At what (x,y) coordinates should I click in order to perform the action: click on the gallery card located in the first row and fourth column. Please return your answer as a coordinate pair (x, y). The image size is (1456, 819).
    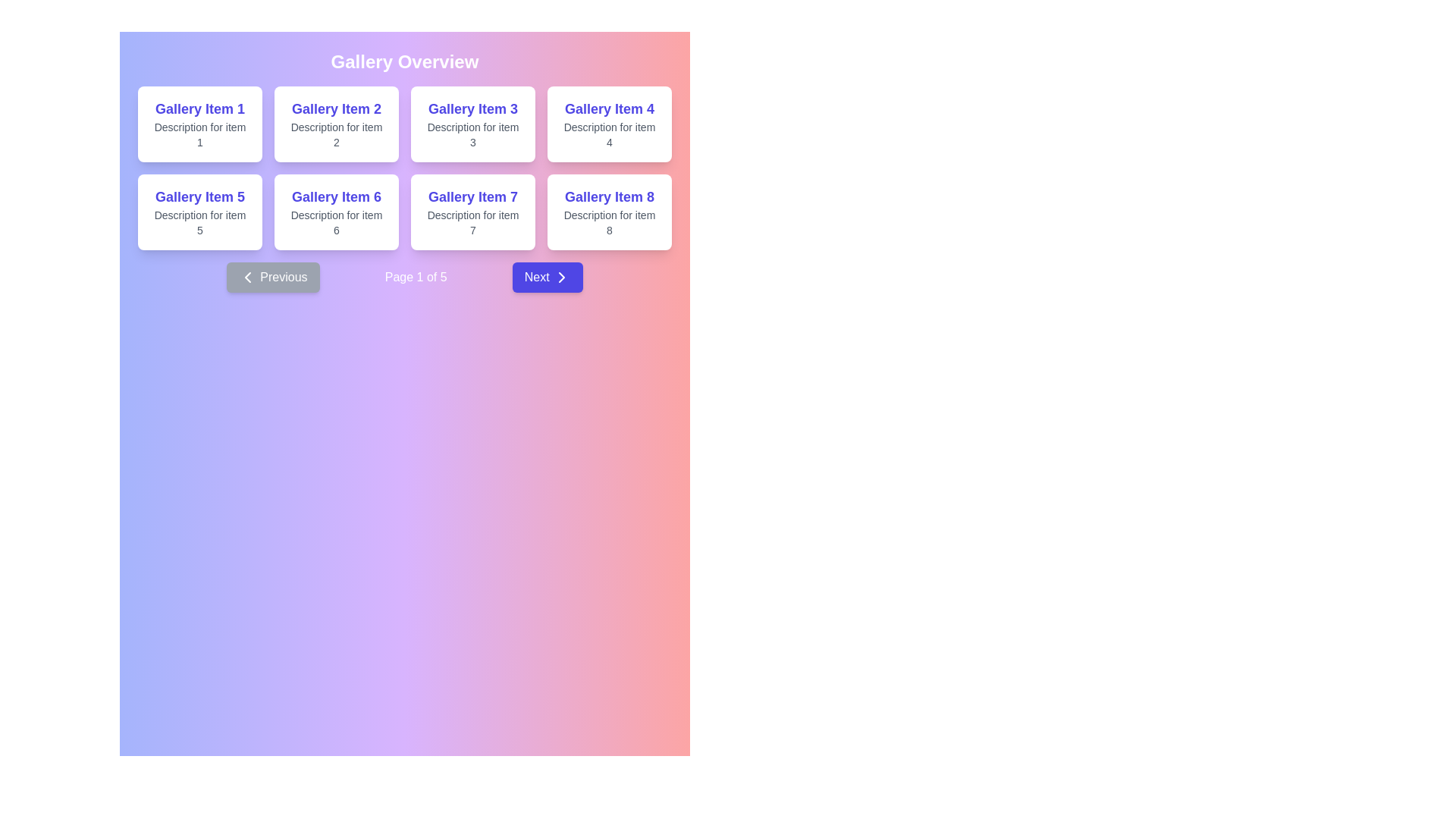
    Looking at the image, I should click on (610, 124).